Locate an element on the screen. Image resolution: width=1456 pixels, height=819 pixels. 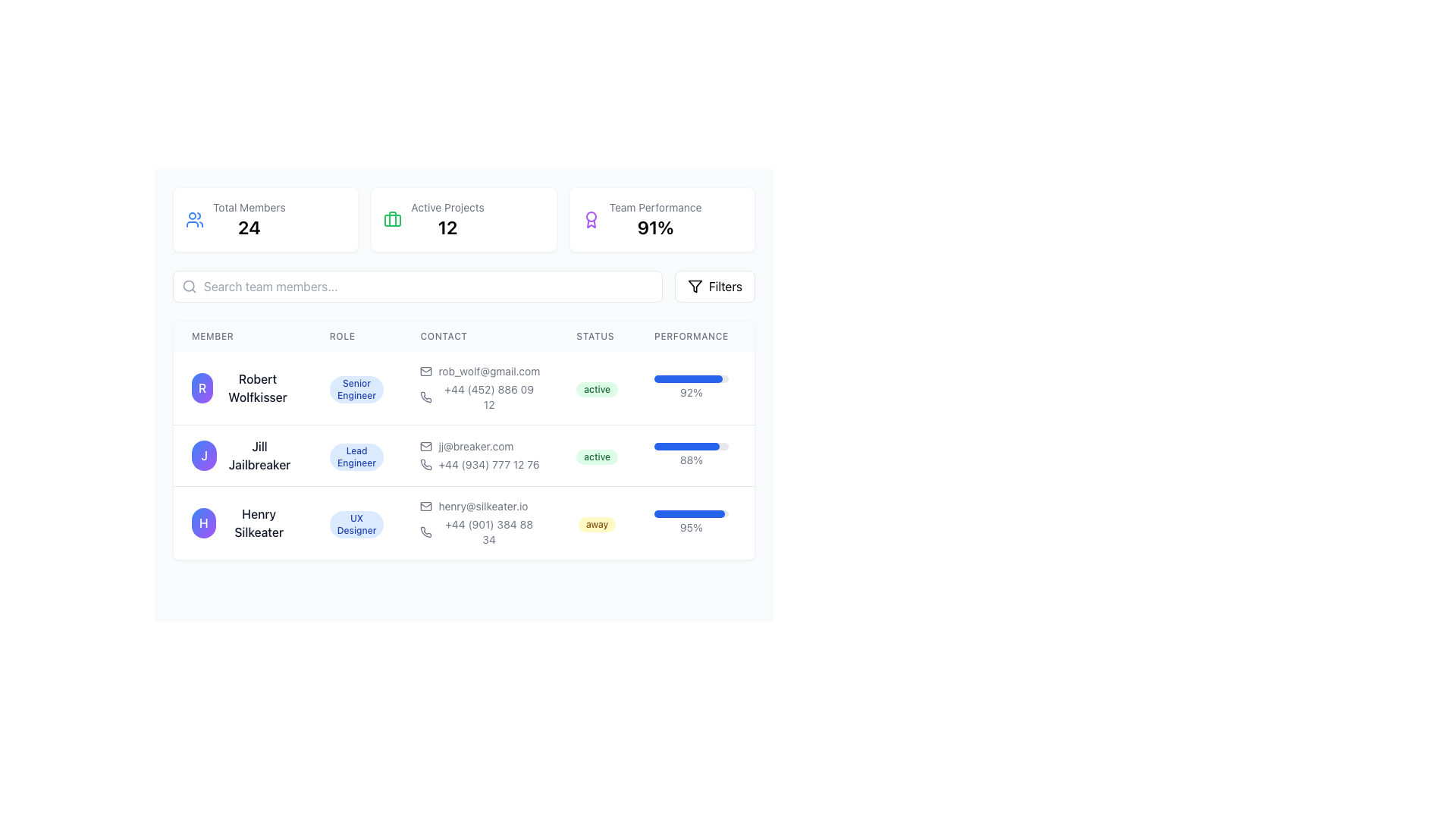
the text label displaying the name 'Robert Wolfkisser', which is positioned centrally in the 'Member' column next to a circular avatar is located at coordinates (258, 388).